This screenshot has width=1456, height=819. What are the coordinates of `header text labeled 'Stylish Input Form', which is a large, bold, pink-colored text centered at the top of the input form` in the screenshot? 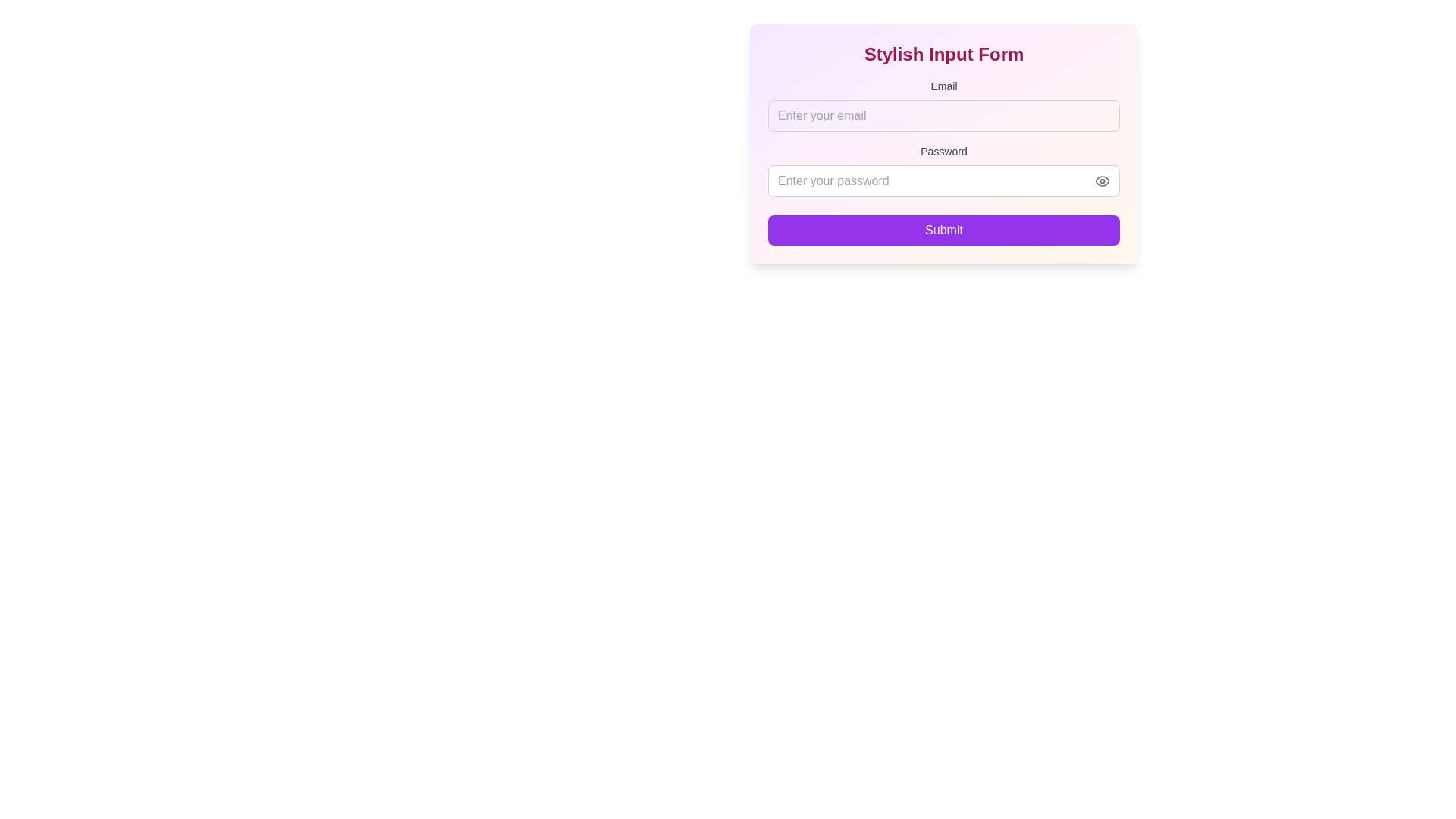 It's located at (943, 54).